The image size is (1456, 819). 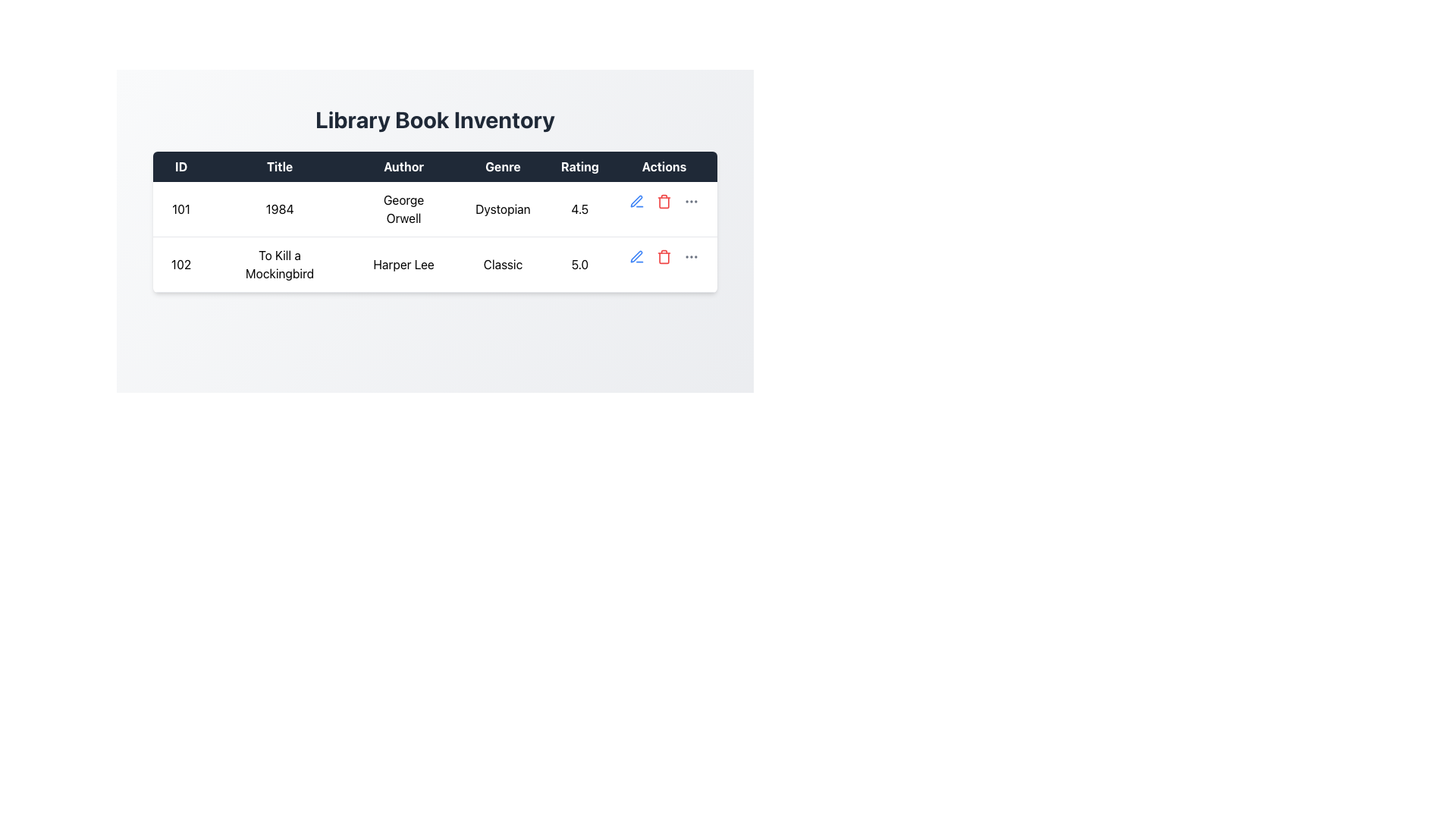 What do you see at coordinates (181, 166) in the screenshot?
I see `the first Table Header Cell` at bounding box center [181, 166].